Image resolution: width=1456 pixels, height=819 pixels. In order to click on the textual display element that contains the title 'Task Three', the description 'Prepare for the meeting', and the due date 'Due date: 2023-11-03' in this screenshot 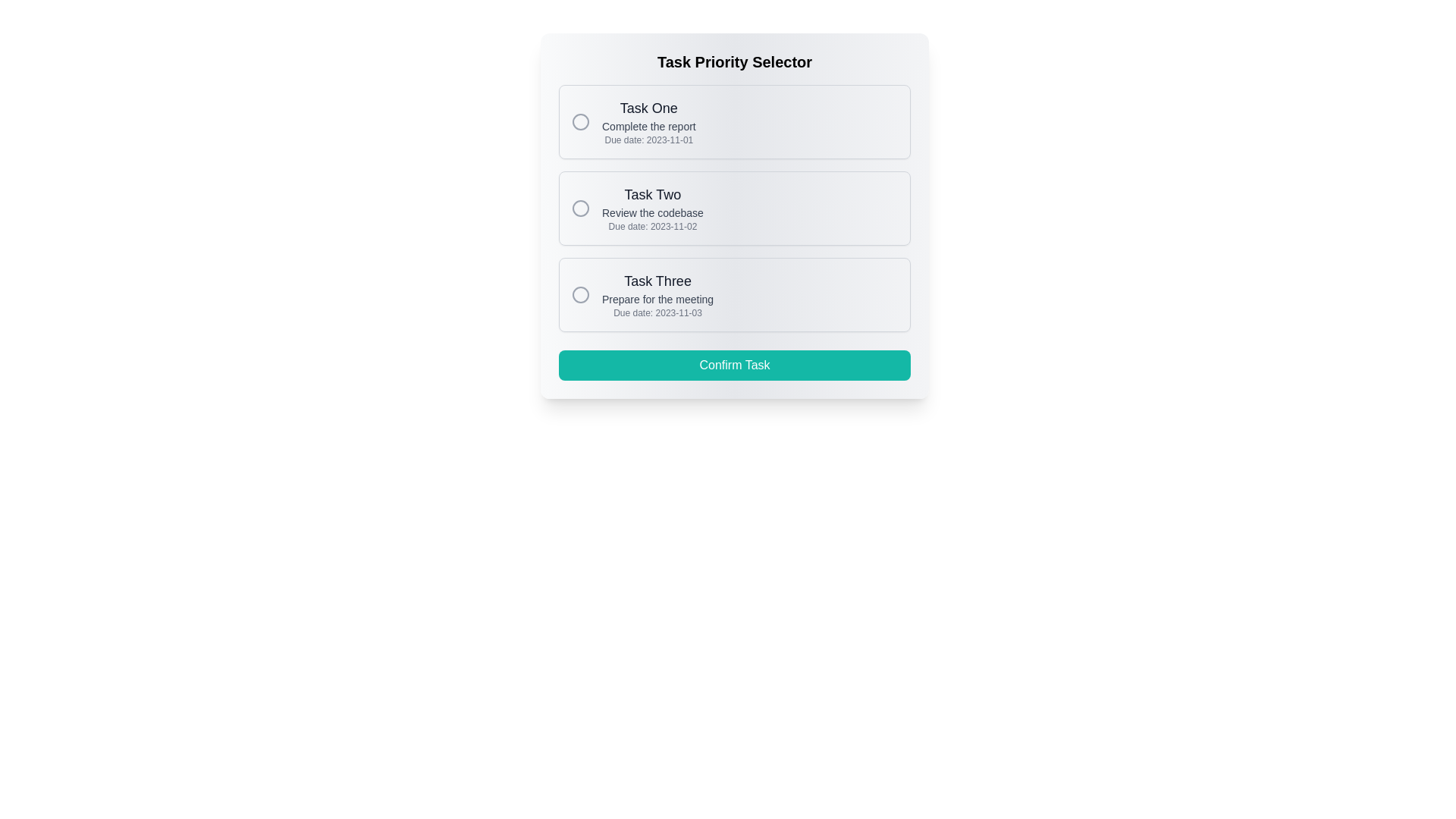, I will do `click(657, 295)`.